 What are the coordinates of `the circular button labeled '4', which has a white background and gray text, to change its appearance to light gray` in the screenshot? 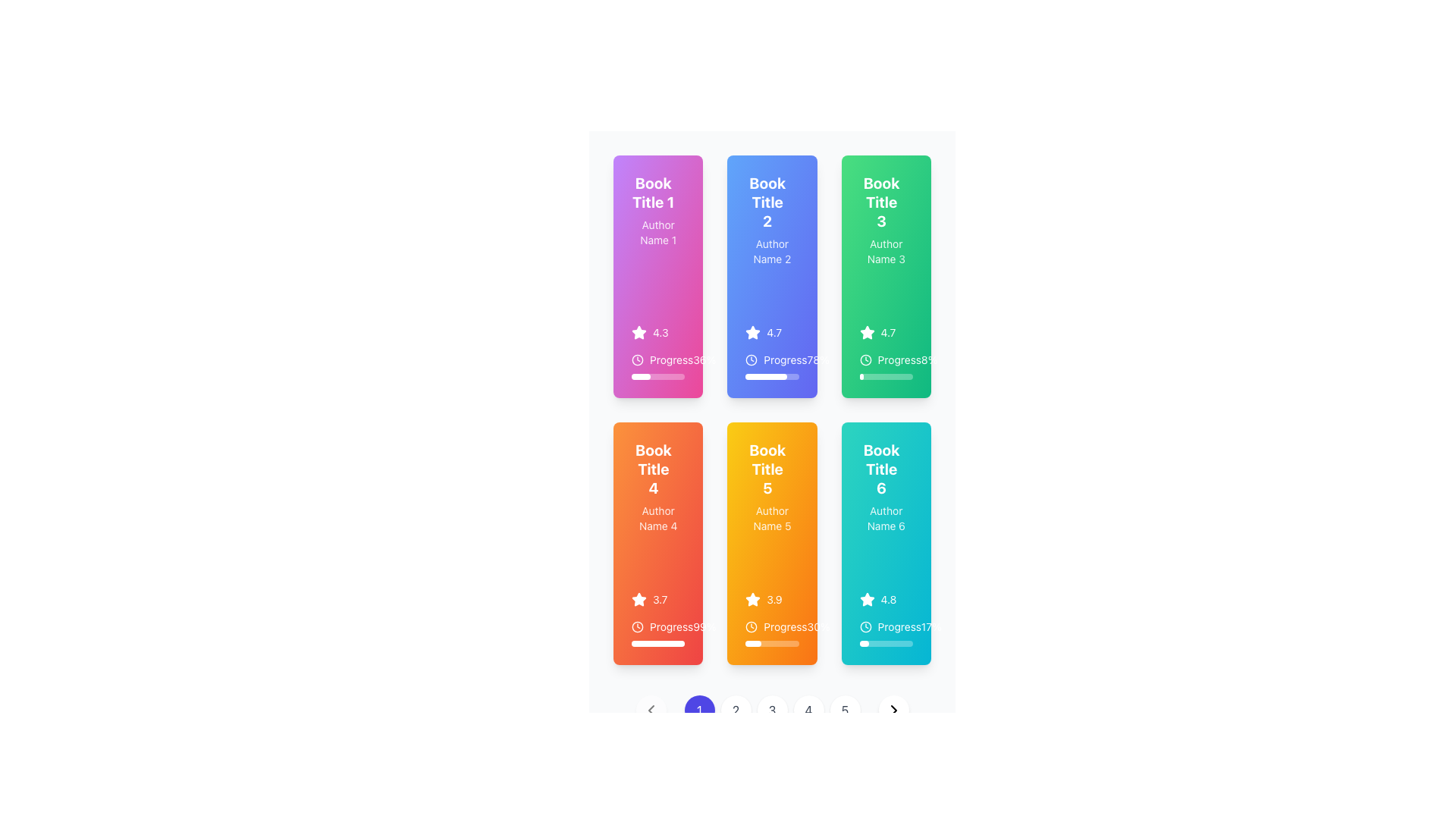 It's located at (808, 711).